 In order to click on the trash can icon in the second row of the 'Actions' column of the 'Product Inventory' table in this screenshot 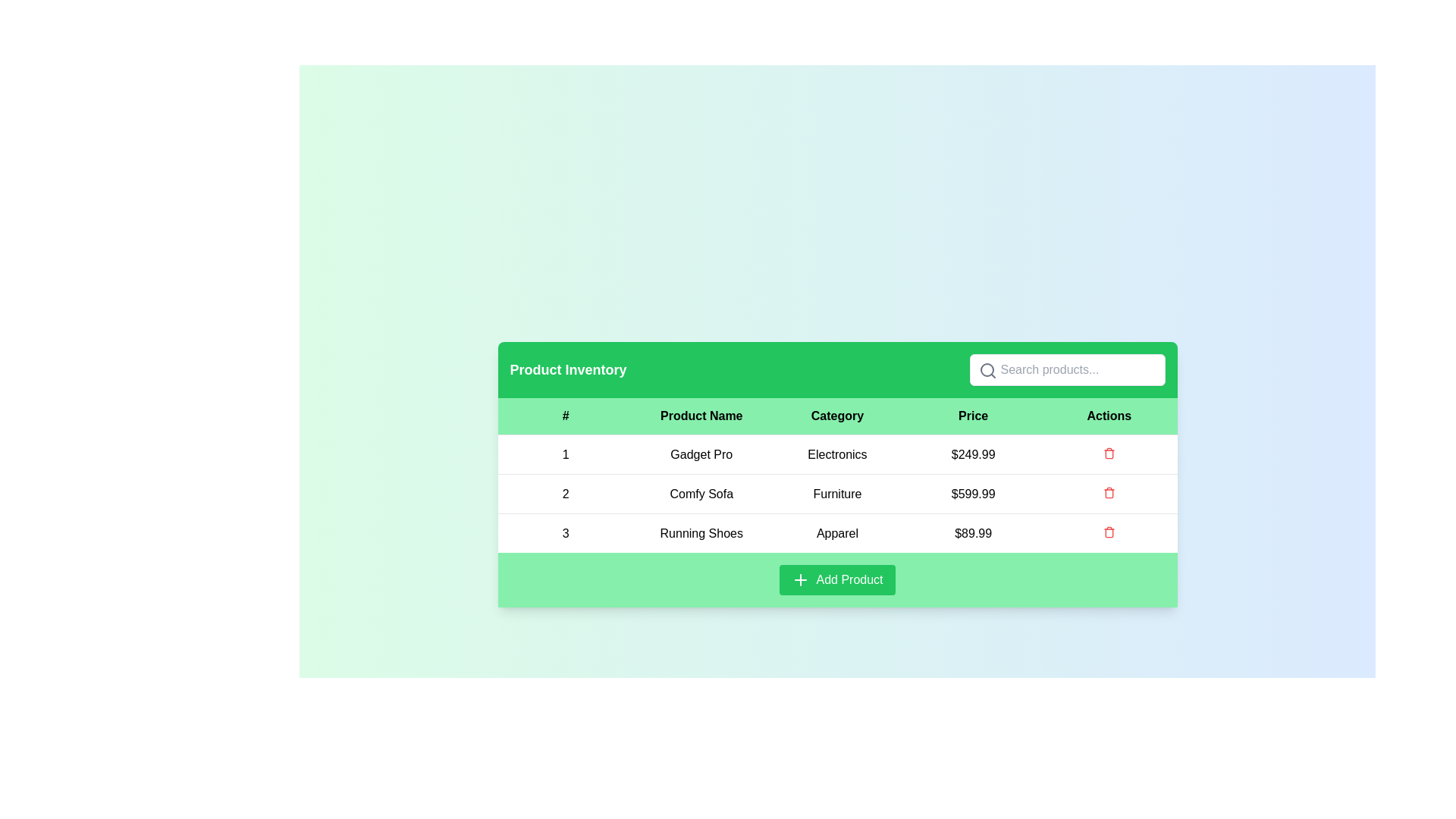, I will do `click(1109, 493)`.